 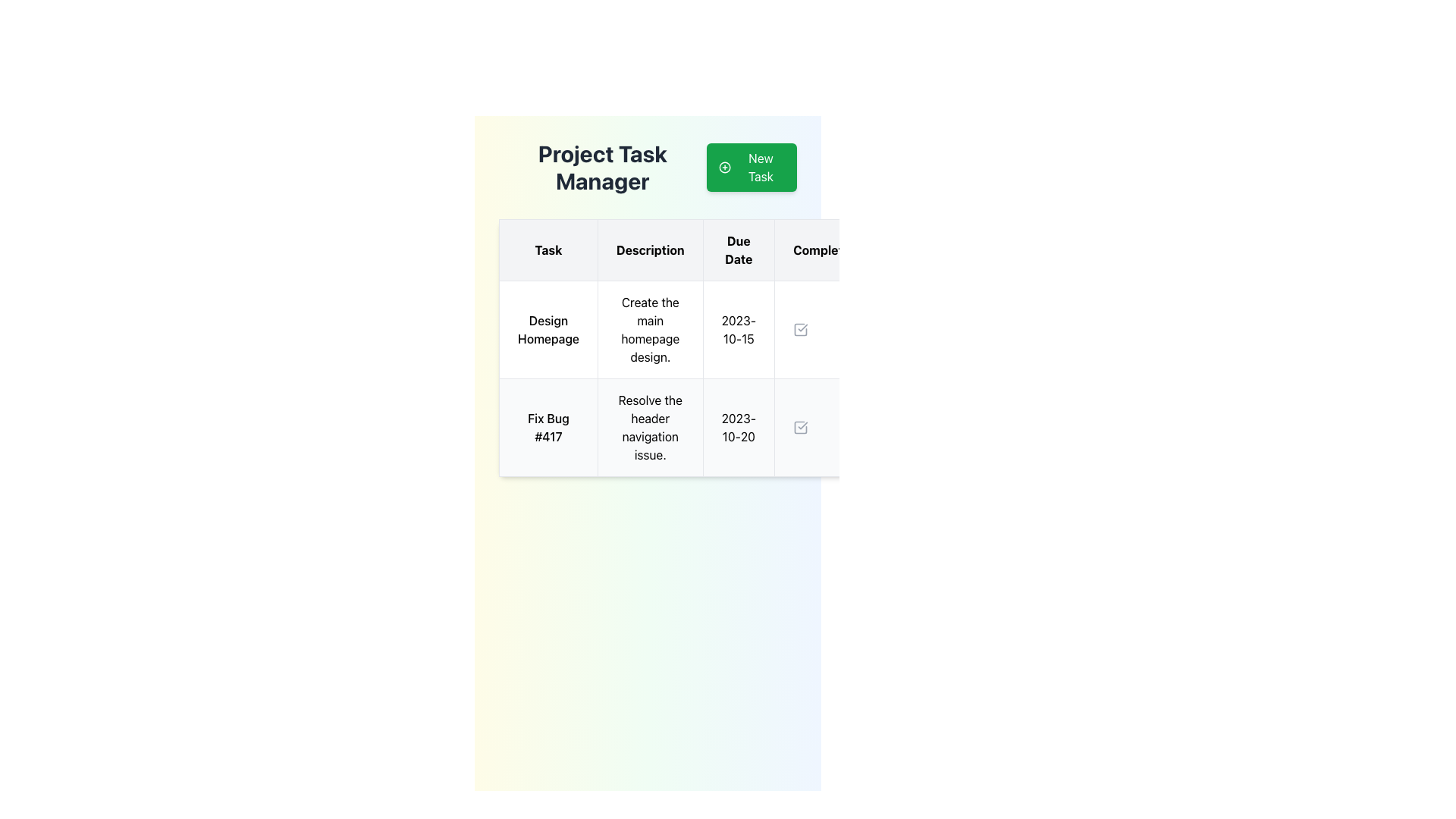 What do you see at coordinates (800, 329) in the screenshot?
I see `the gray checkbox icon with a rounded square border and a checkmark inside, located` at bounding box center [800, 329].